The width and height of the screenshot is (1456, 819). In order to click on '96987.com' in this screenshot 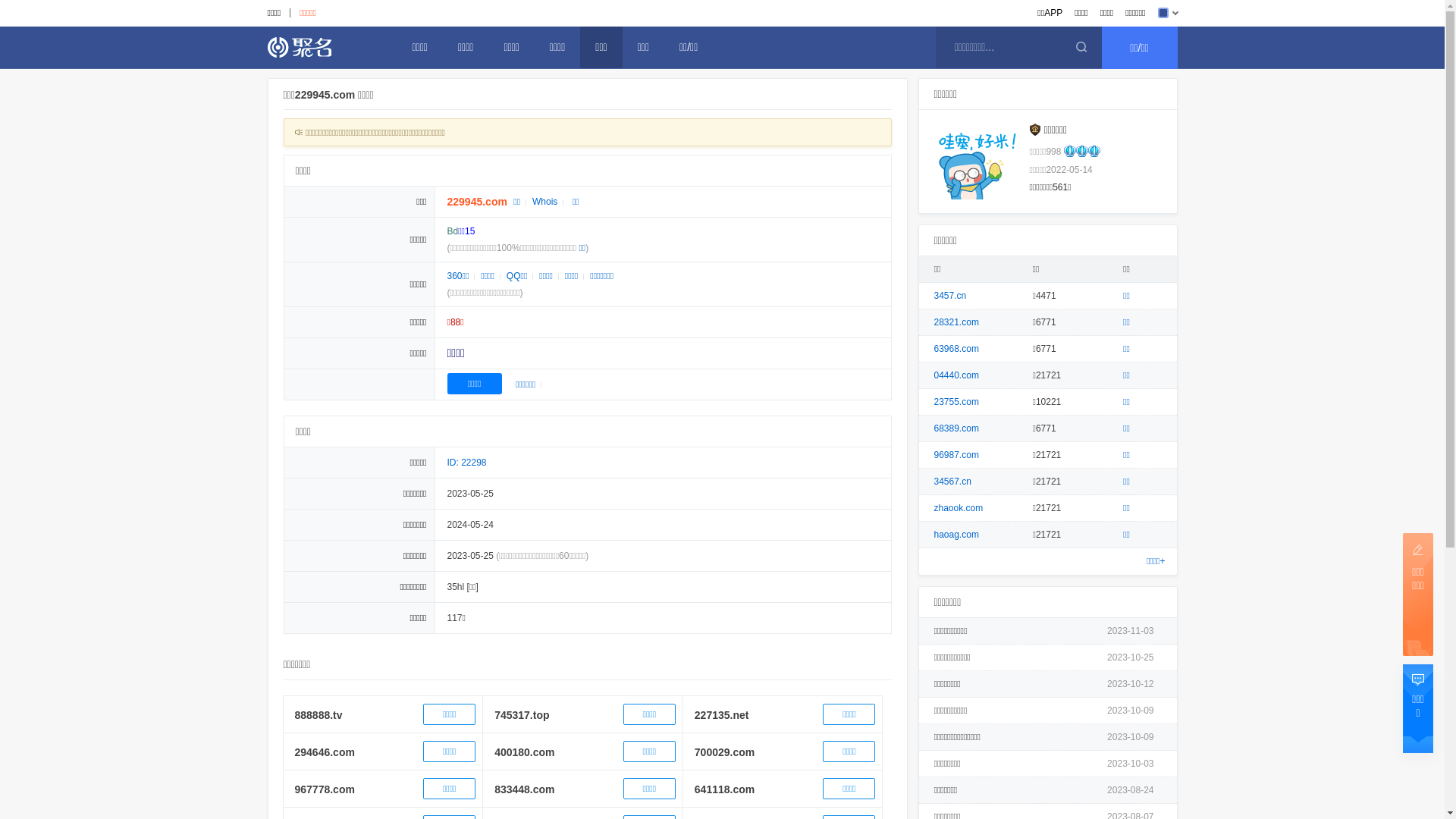, I will do `click(955, 454)`.